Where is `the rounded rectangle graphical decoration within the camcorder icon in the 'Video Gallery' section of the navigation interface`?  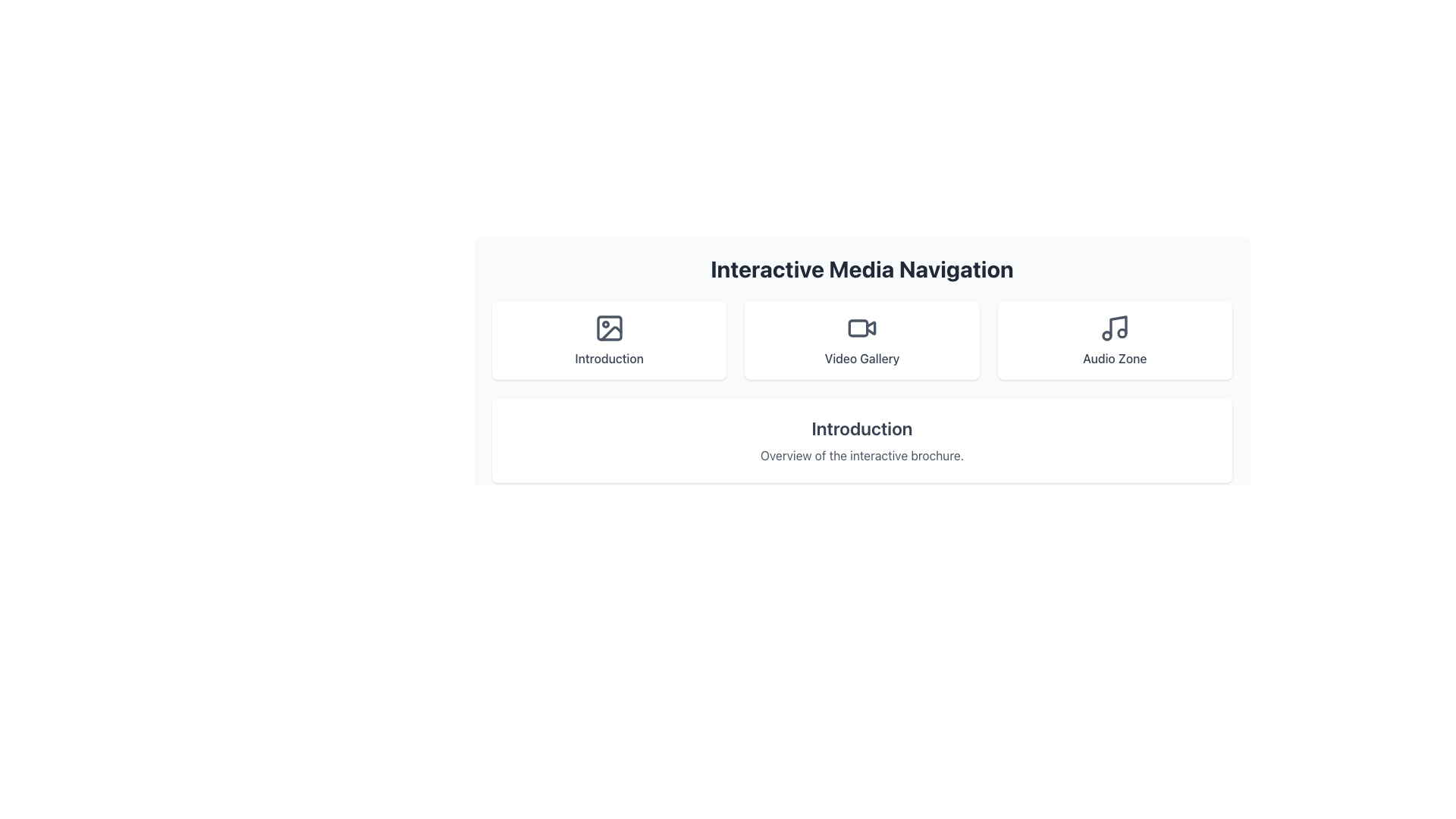 the rounded rectangle graphical decoration within the camcorder icon in the 'Video Gallery' section of the navigation interface is located at coordinates (858, 327).